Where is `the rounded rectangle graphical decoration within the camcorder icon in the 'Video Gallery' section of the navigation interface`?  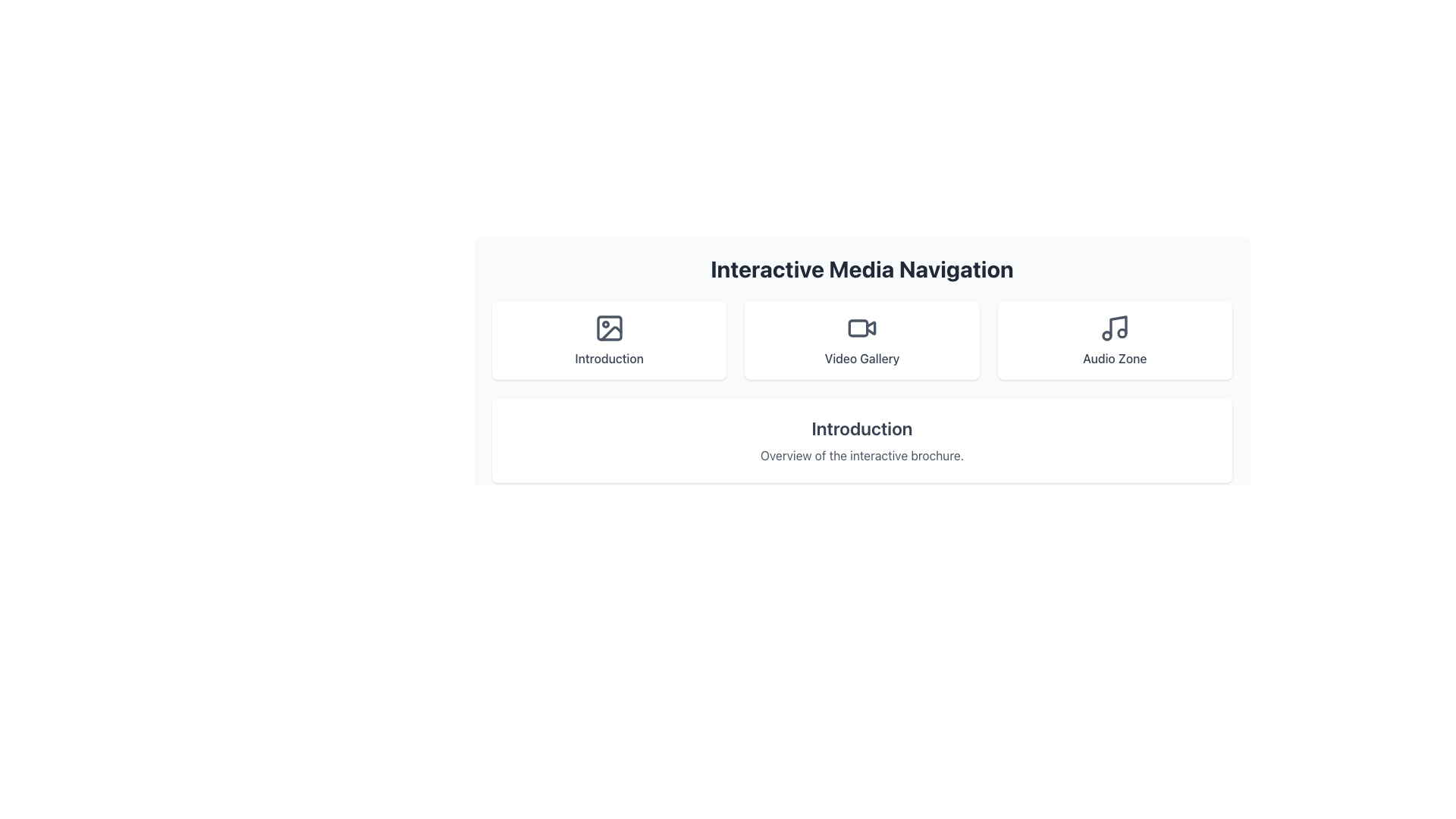 the rounded rectangle graphical decoration within the camcorder icon in the 'Video Gallery' section of the navigation interface is located at coordinates (858, 327).